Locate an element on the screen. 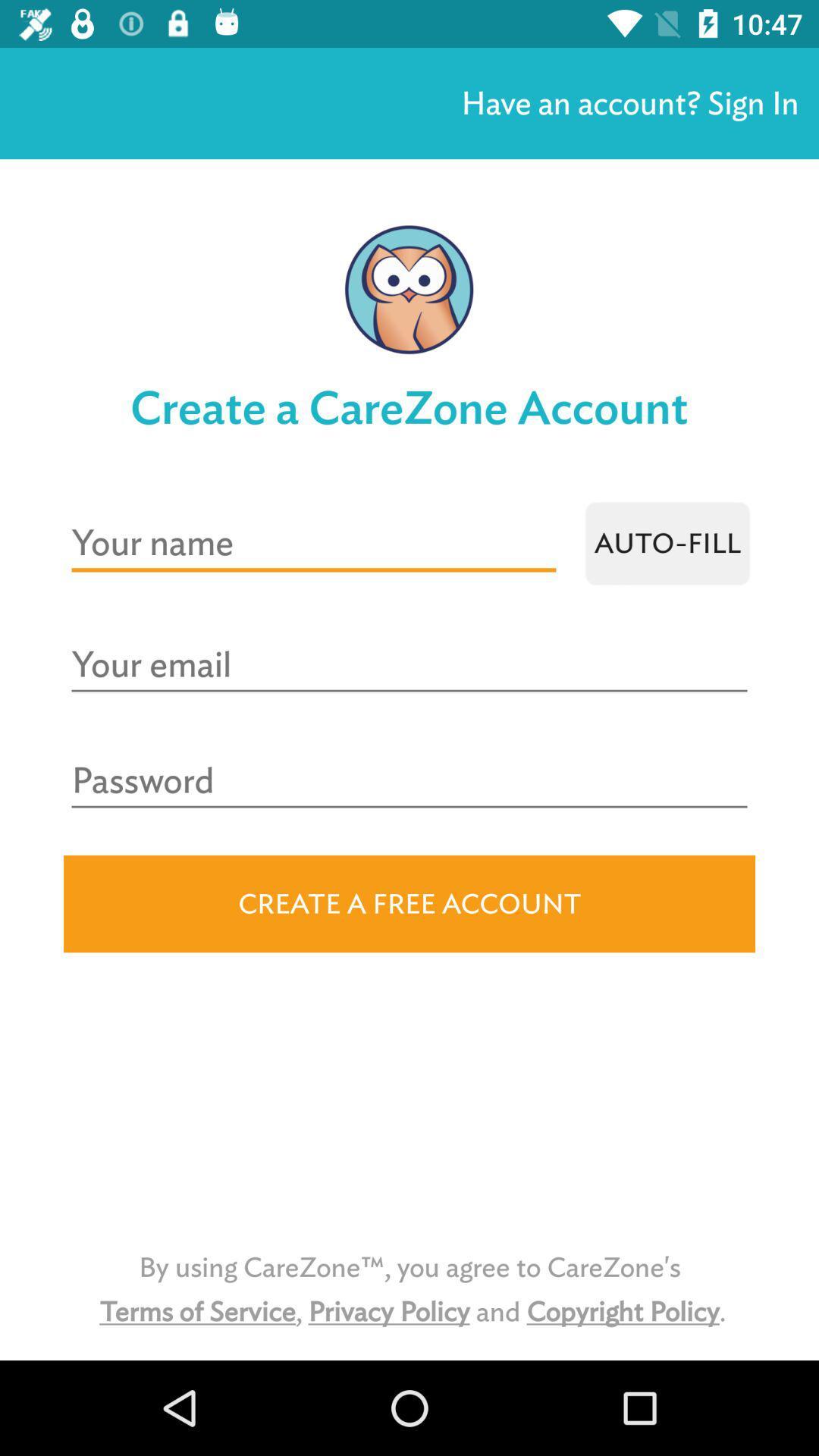 This screenshot has width=819, height=1456. name input field is located at coordinates (312, 543).